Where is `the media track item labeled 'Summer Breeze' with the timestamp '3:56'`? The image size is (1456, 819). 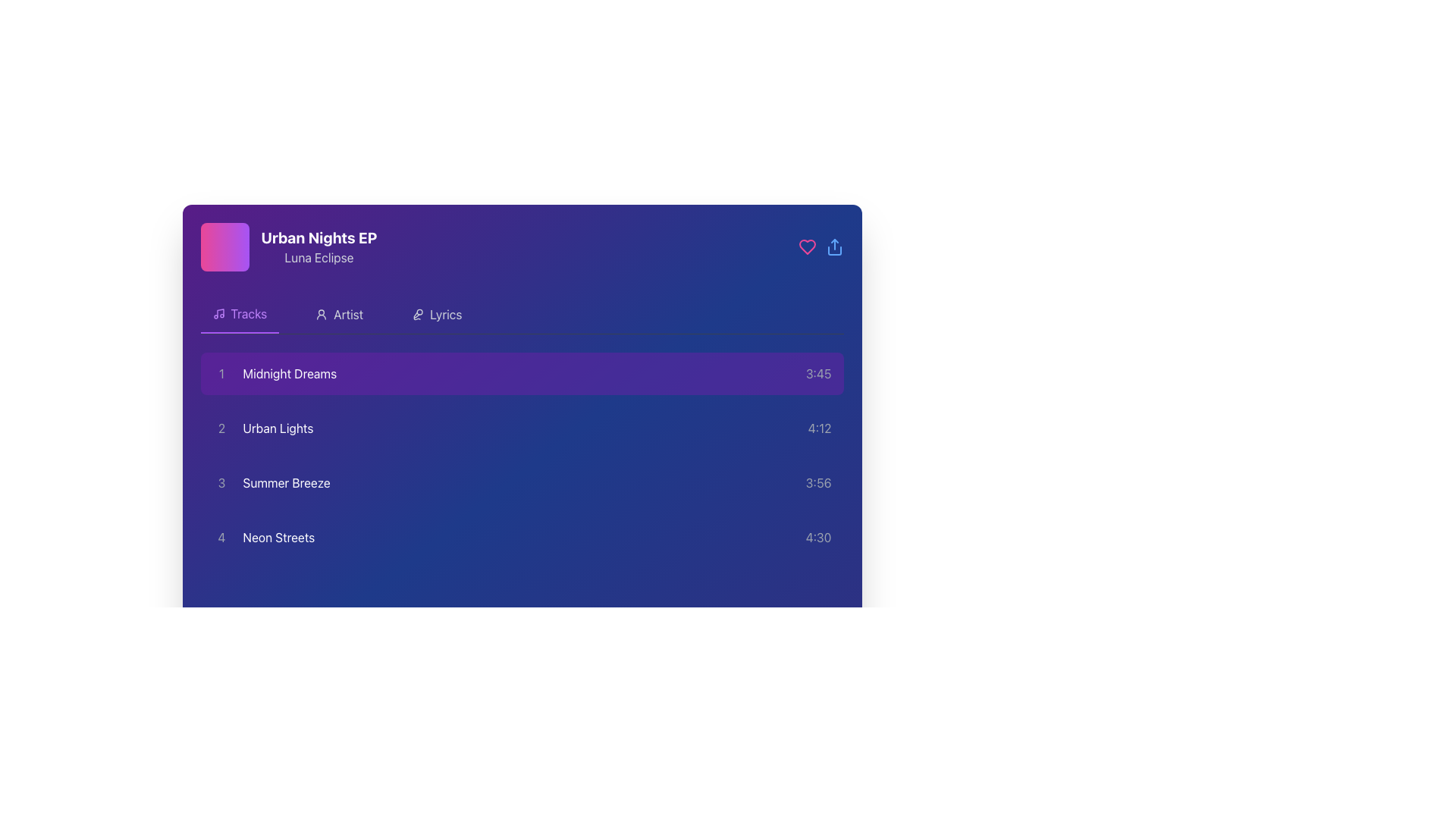 the media track item labeled 'Summer Breeze' with the timestamp '3:56' is located at coordinates (522, 482).